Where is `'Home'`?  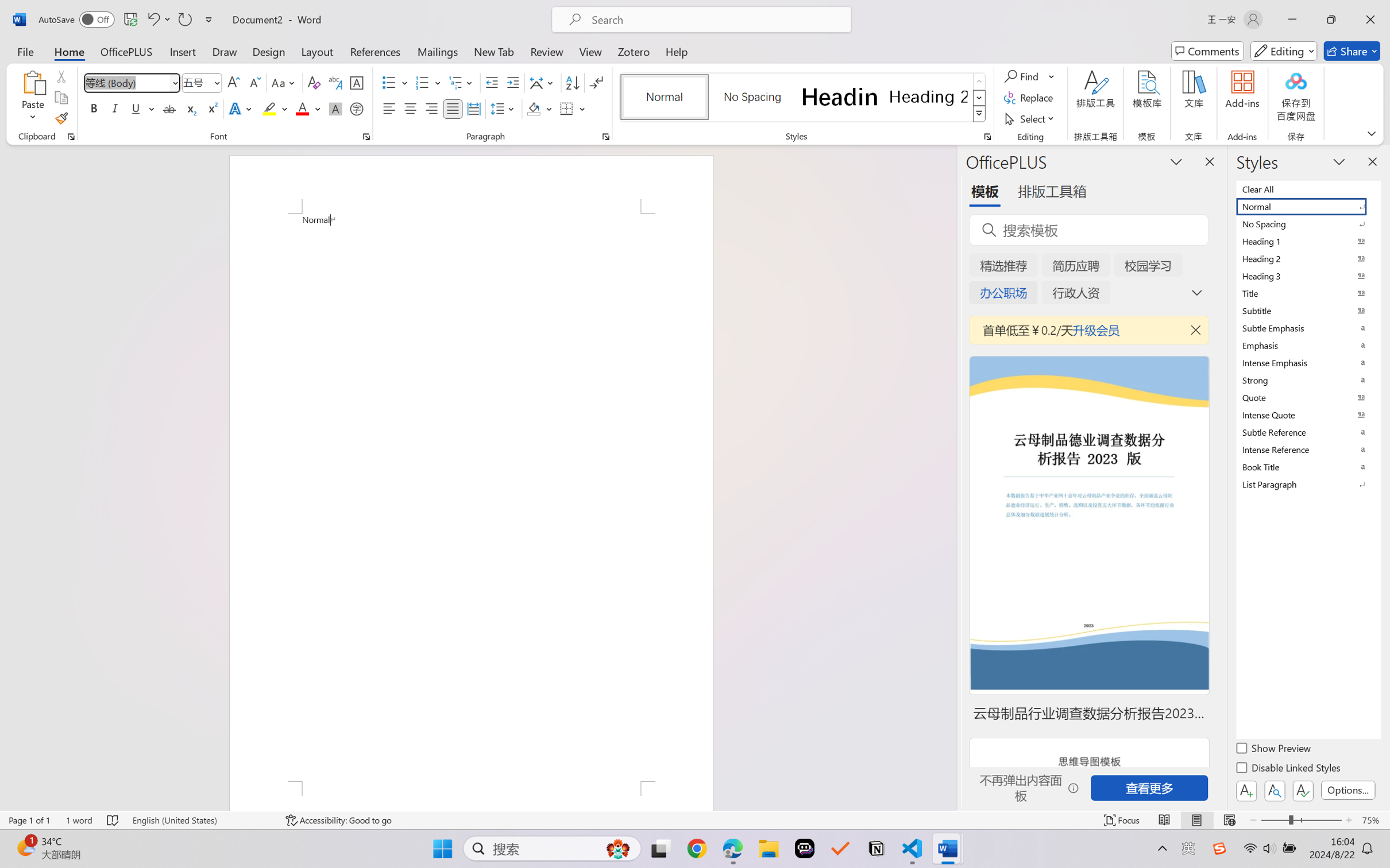 'Home' is located at coordinates (69, 51).